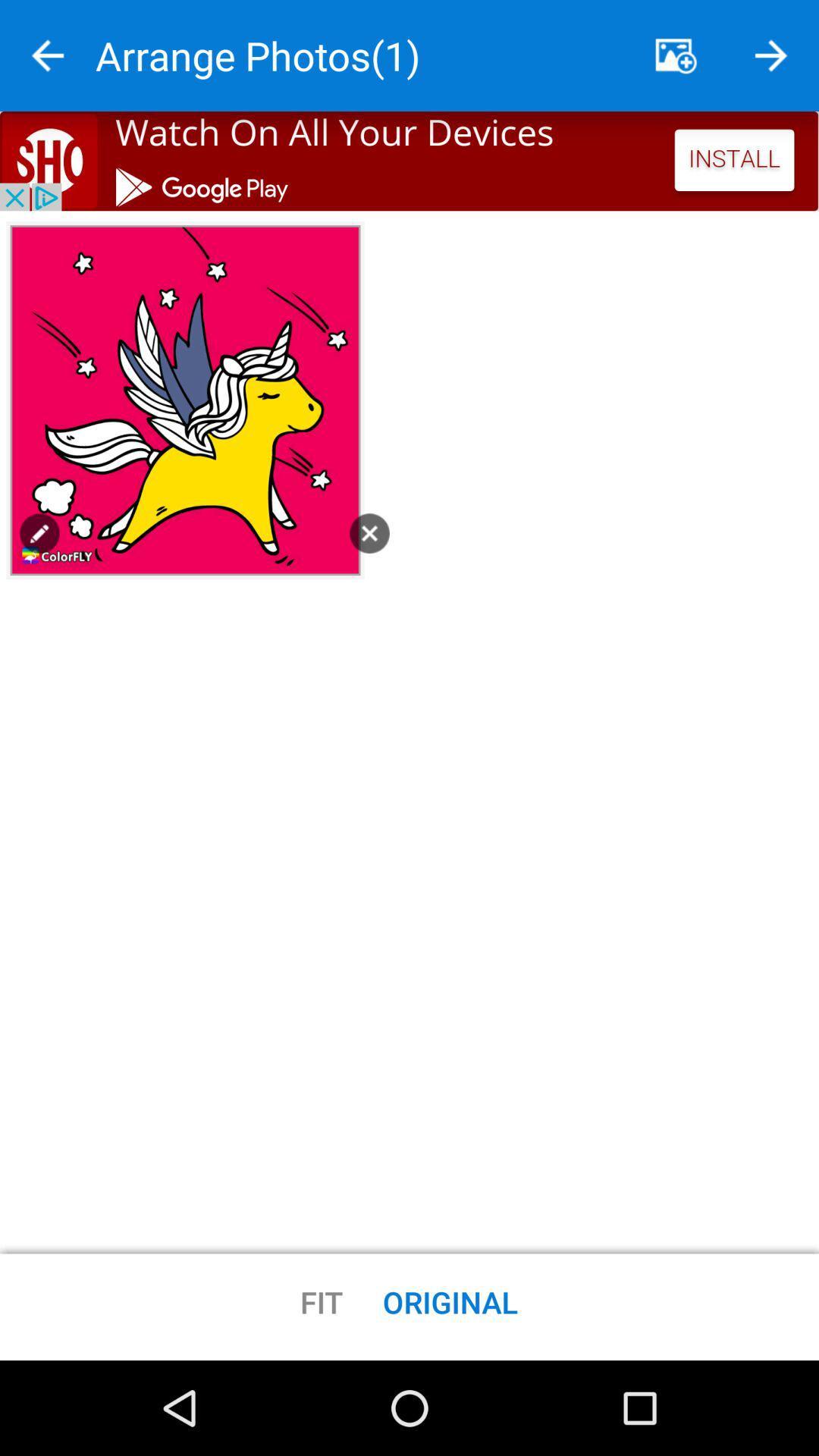 This screenshot has width=819, height=1456. What do you see at coordinates (675, 55) in the screenshot?
I see `photos in the app` at bounding box center [675, 55].